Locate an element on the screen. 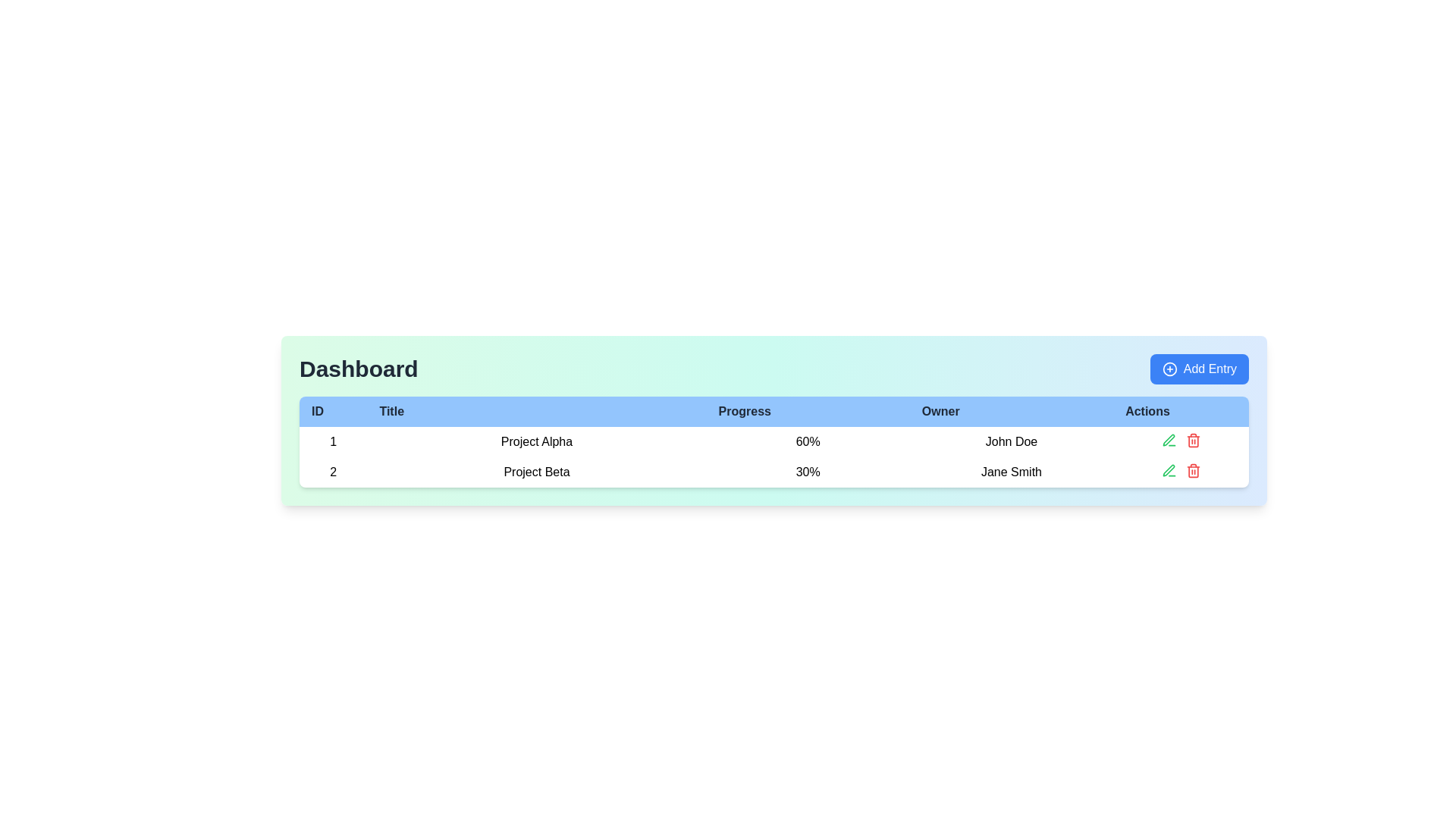 The image size is (1456, 819). the delete button icon for 'Project Beta' associated with 'Jane Smith' is located at coordinates (1192, 470).